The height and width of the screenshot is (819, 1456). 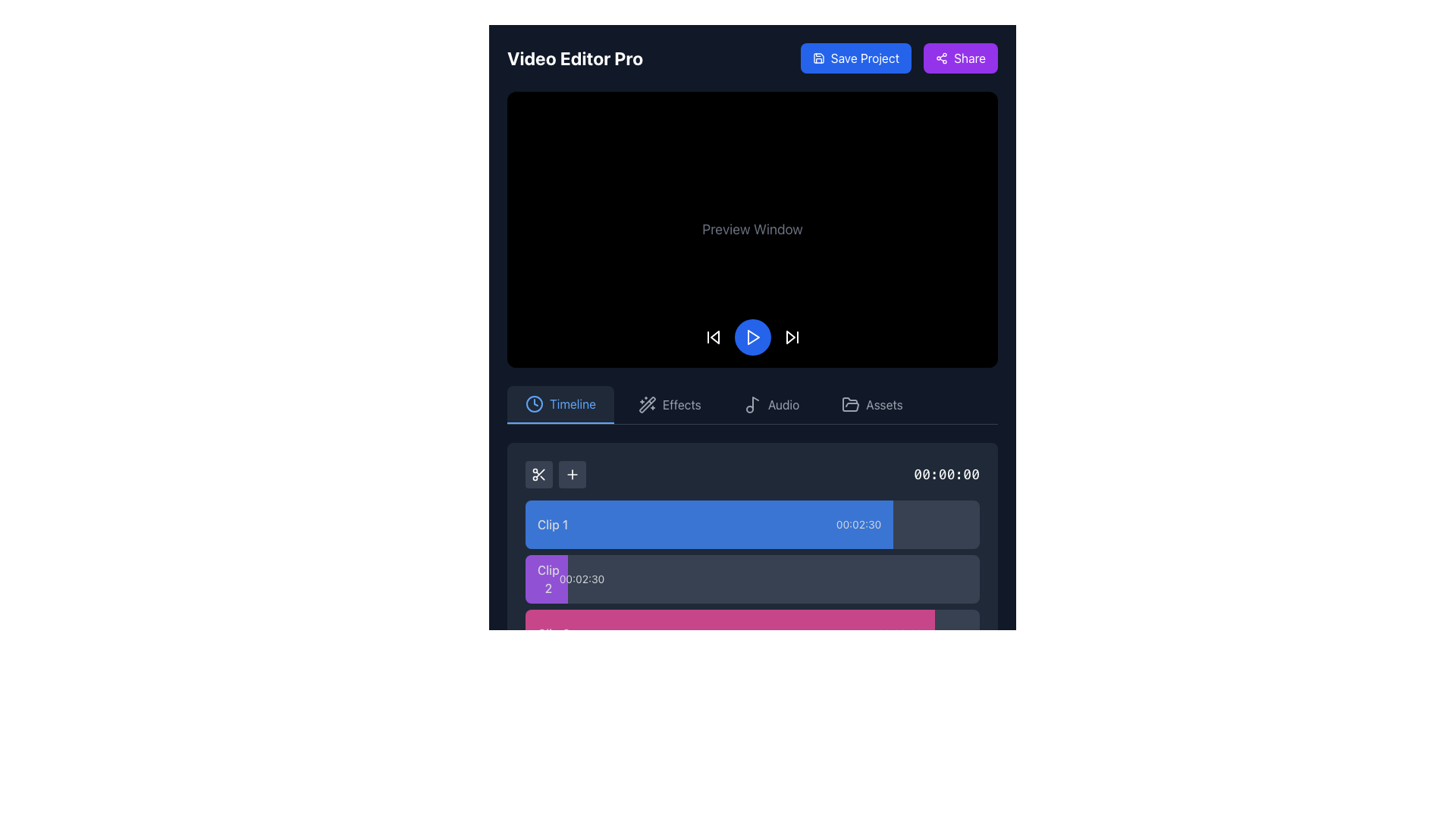 What do you see at coordinates (872, 403) in the screenshot?
I see `the 'Assets' button in the horizontal navigation bar` at bounding box center [872, 403].